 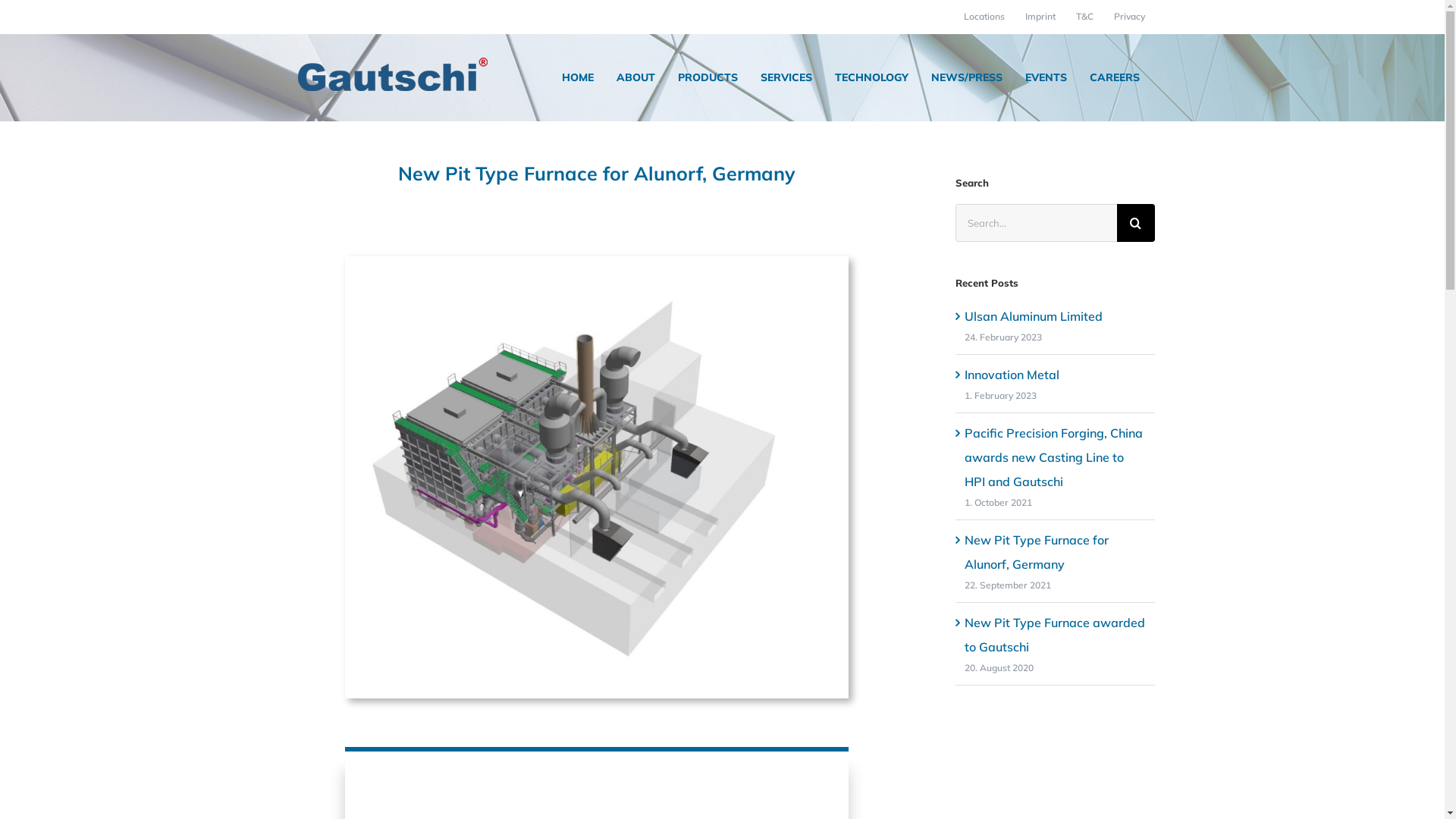 What do you see at coordinates (984, 17) in the screenshot?
I see `'Locations'` at bounding box center [984, 17].